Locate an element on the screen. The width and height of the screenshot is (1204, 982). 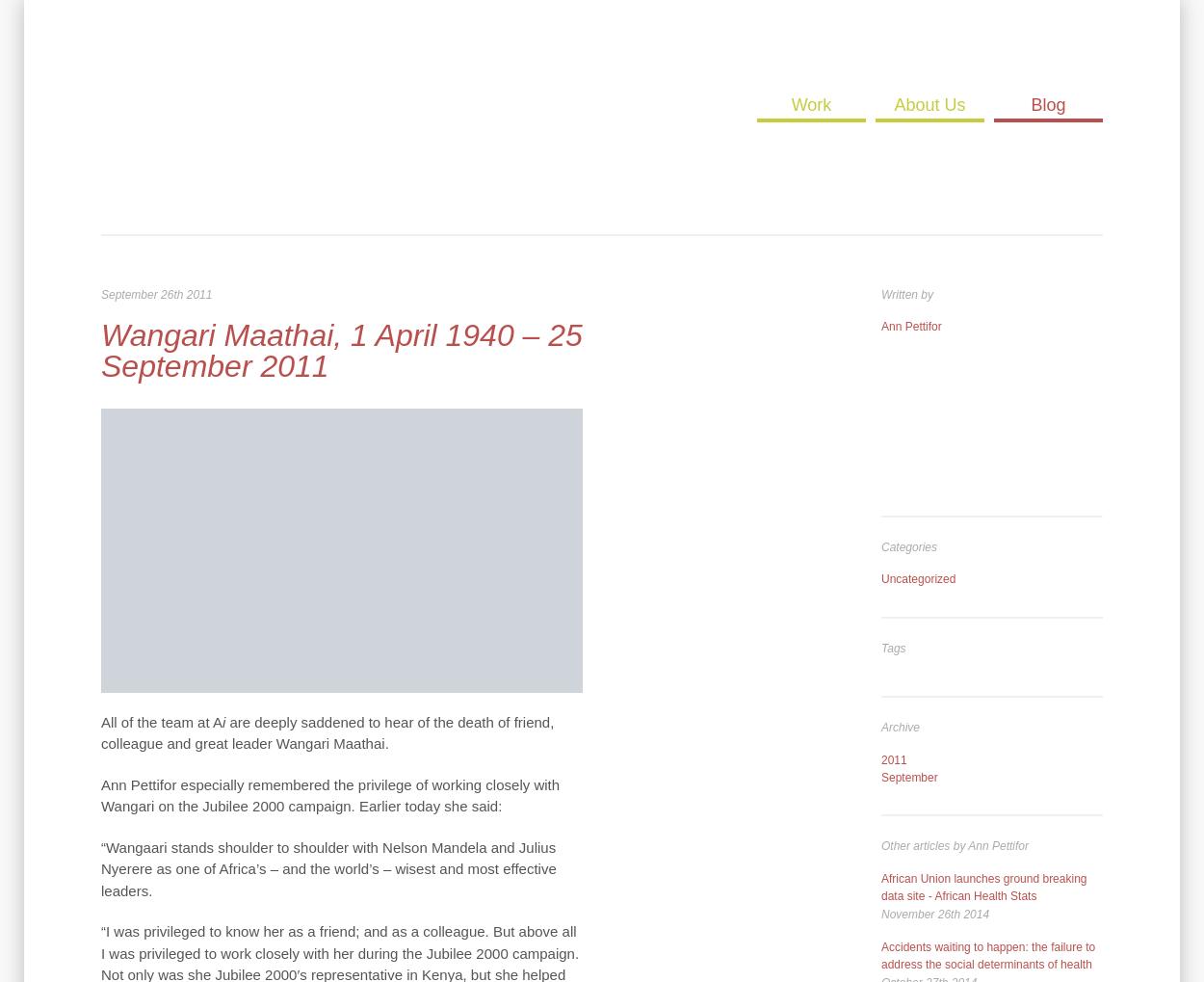
'Ann Pettifor' is located at coordinates (910, 327).